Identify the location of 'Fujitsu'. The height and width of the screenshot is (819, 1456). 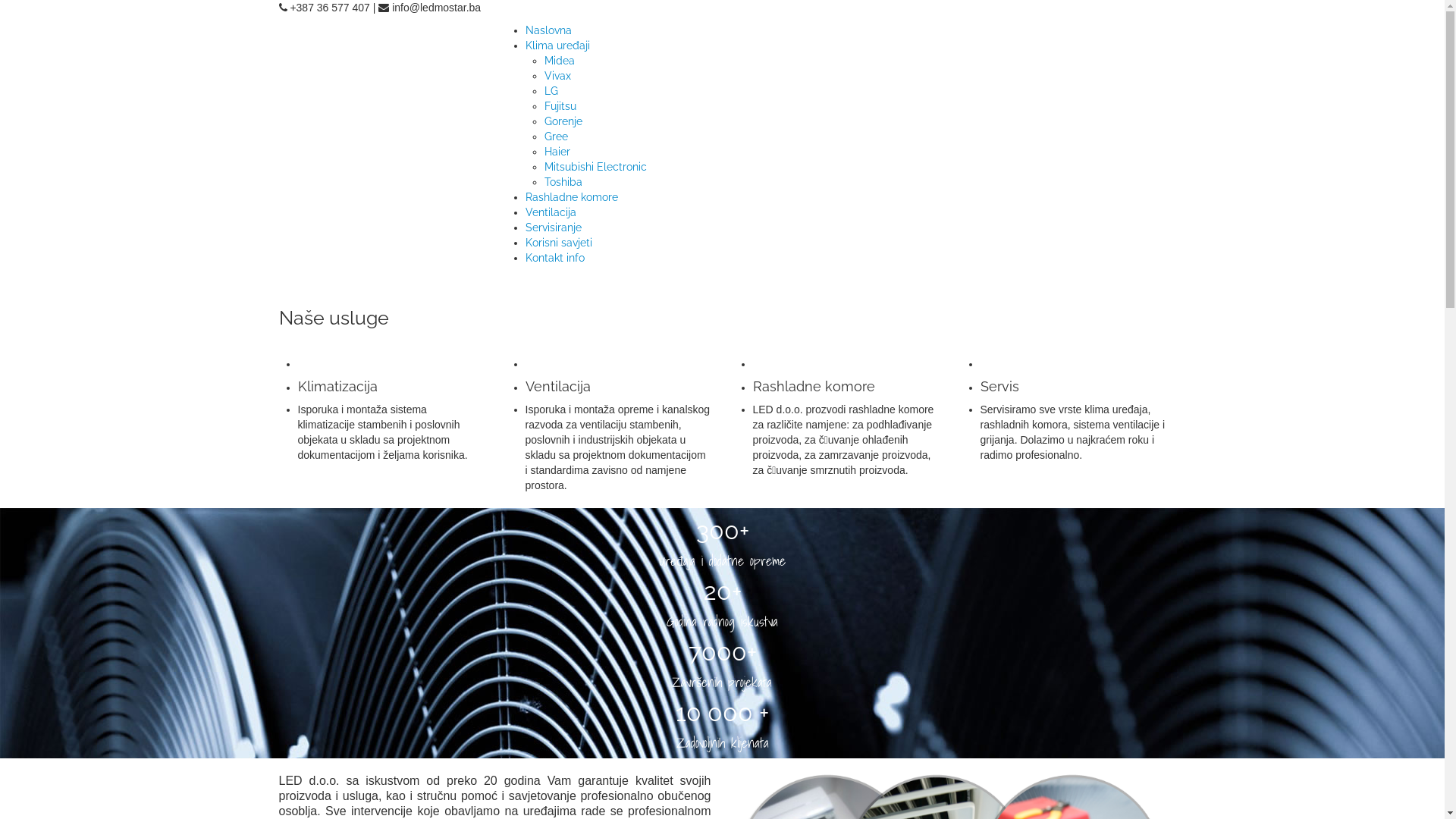
(544, 105).